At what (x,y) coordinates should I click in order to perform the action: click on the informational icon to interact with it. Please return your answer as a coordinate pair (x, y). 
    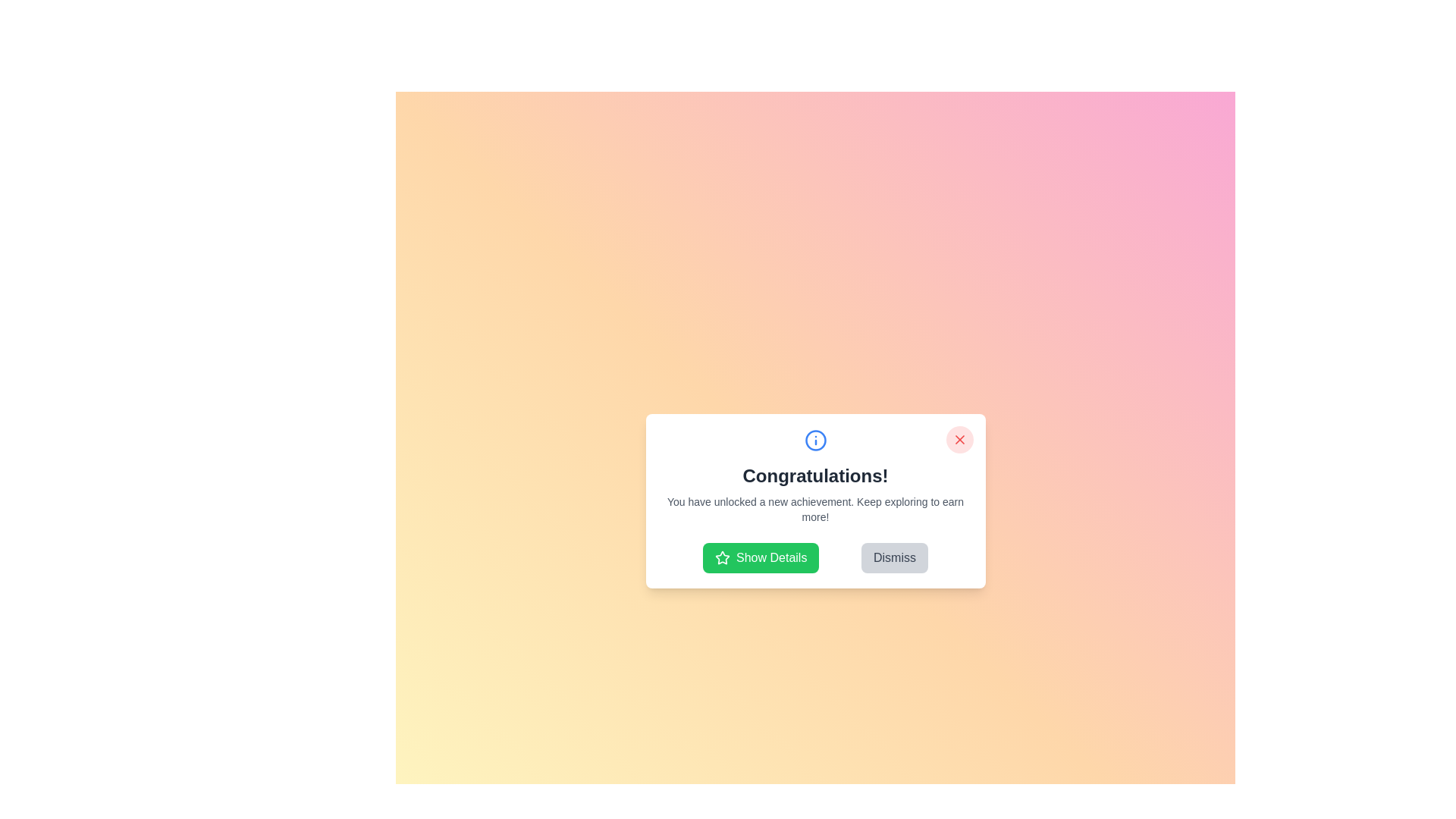
    Looking at the image, I should click on (814, 441).